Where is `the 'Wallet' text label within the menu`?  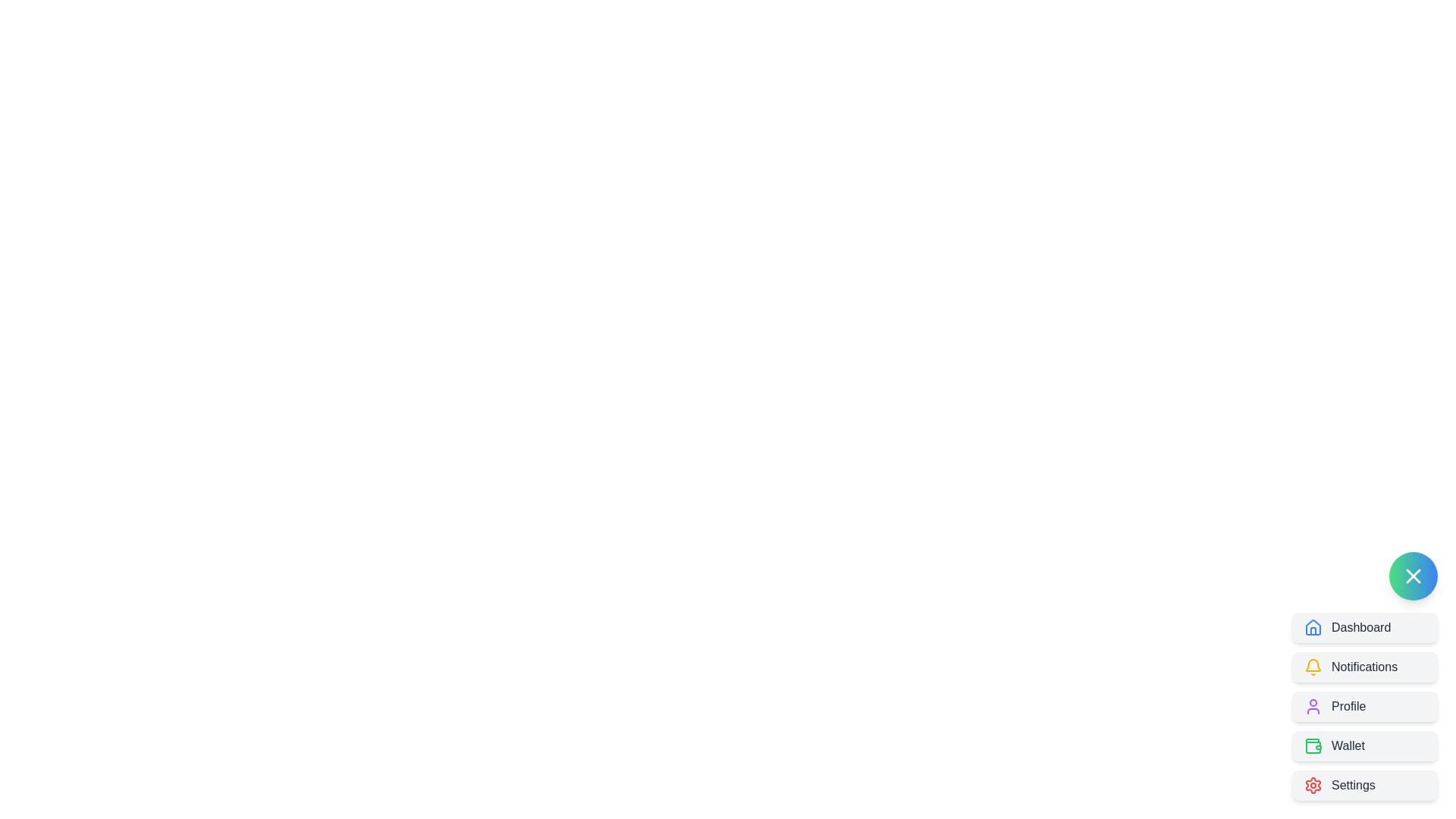
the 'Wallet' text label within the menu is located at coordinates (1348, 745).